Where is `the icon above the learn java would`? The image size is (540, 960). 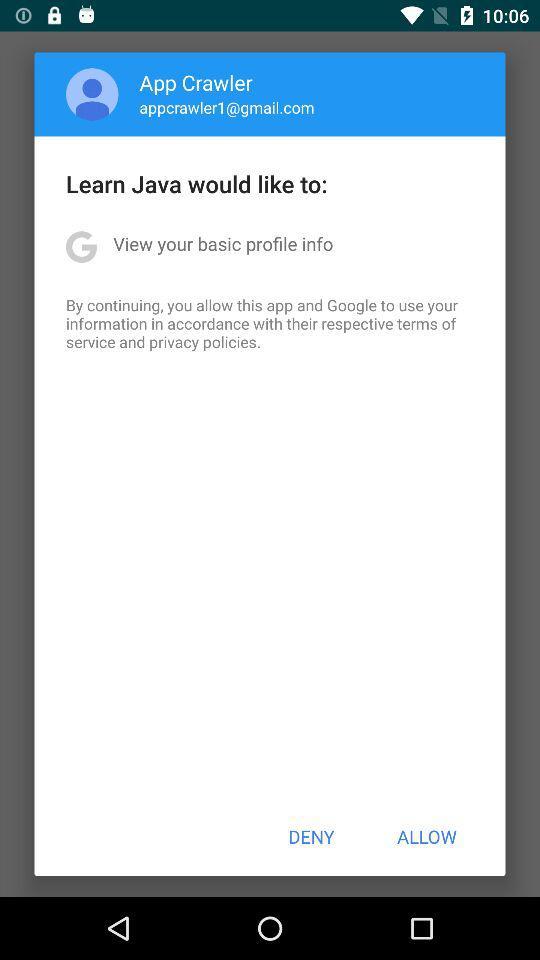 the icon above the learn java would is located at coordinates (226, 107).